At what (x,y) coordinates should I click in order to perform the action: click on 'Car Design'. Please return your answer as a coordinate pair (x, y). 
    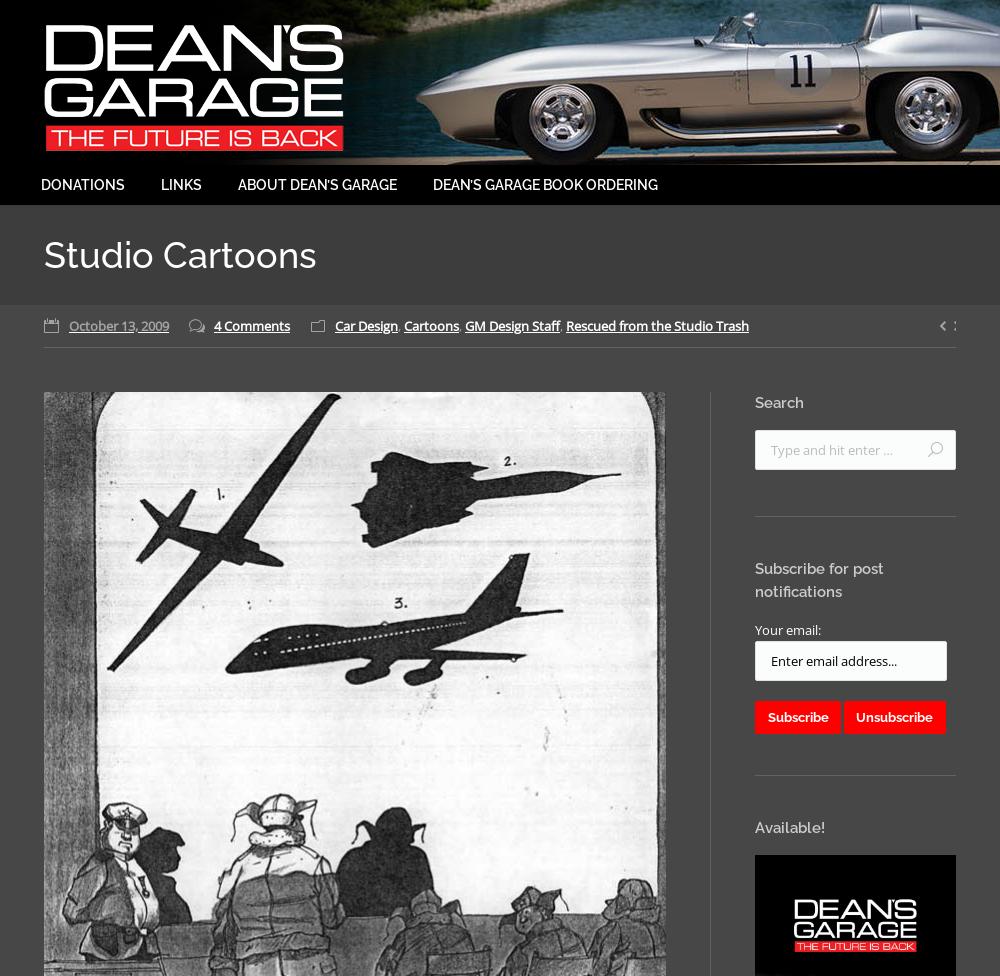
    Looking at the image, I should click on (365, 325).